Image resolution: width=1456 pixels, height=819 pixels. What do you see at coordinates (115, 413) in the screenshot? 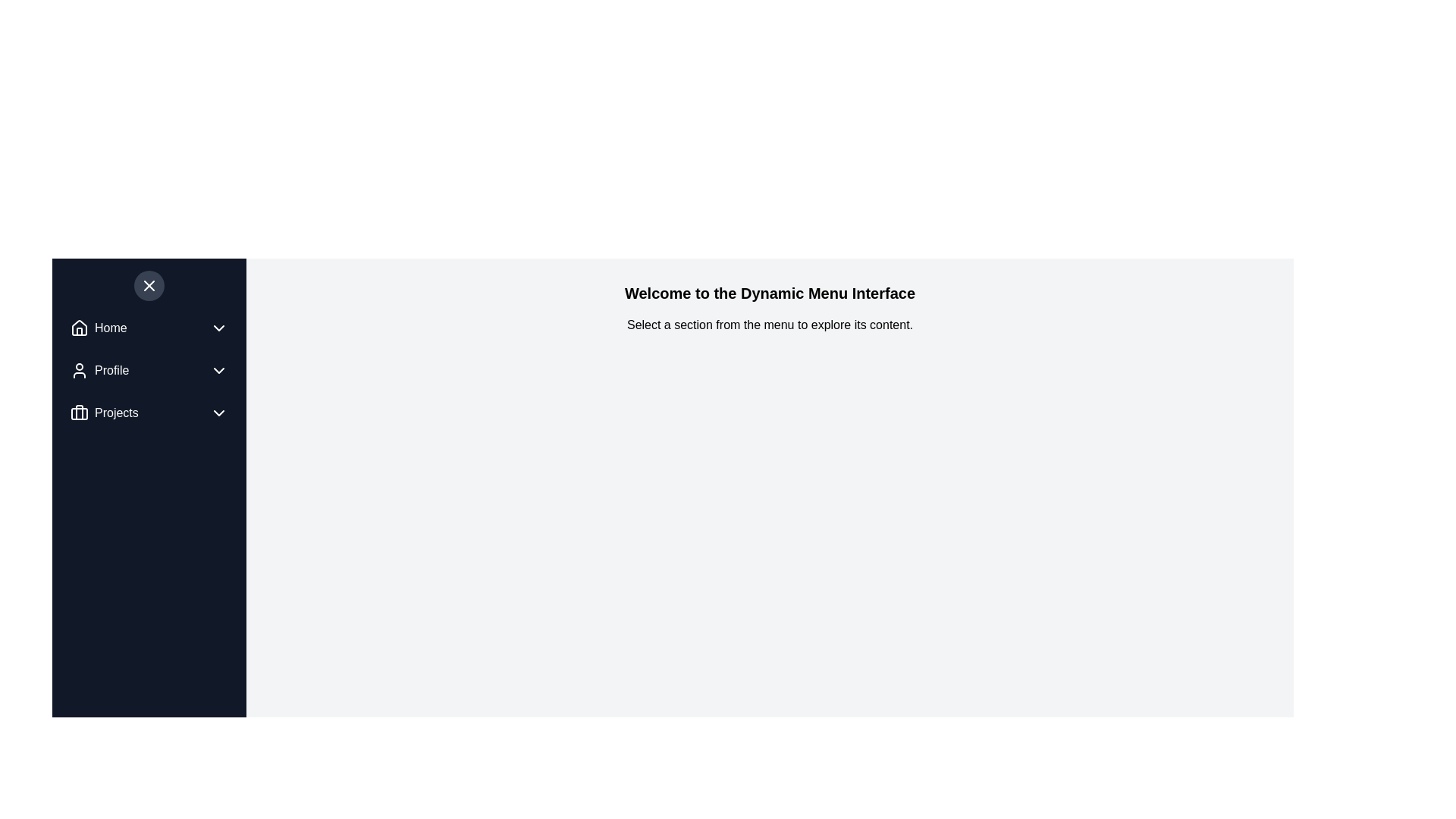
I see `the 'Projects' text label in the sidebar menu` at bounding box center [115, 413].